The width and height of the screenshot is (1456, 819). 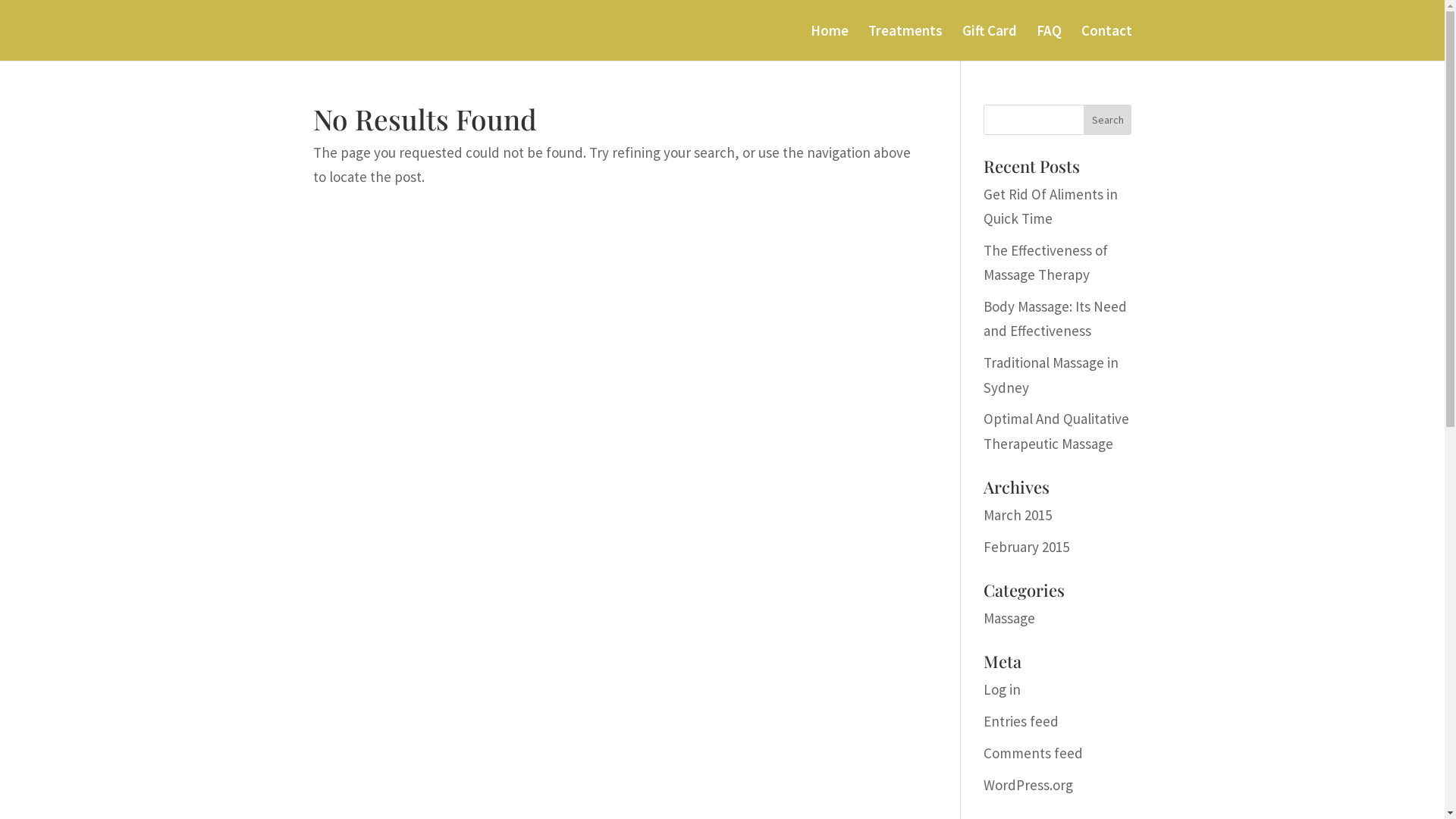 What do you see at coordinates (1032, 752) in the screenshot?
I see `'Comments feed'` at bounding box center [1032, 752].